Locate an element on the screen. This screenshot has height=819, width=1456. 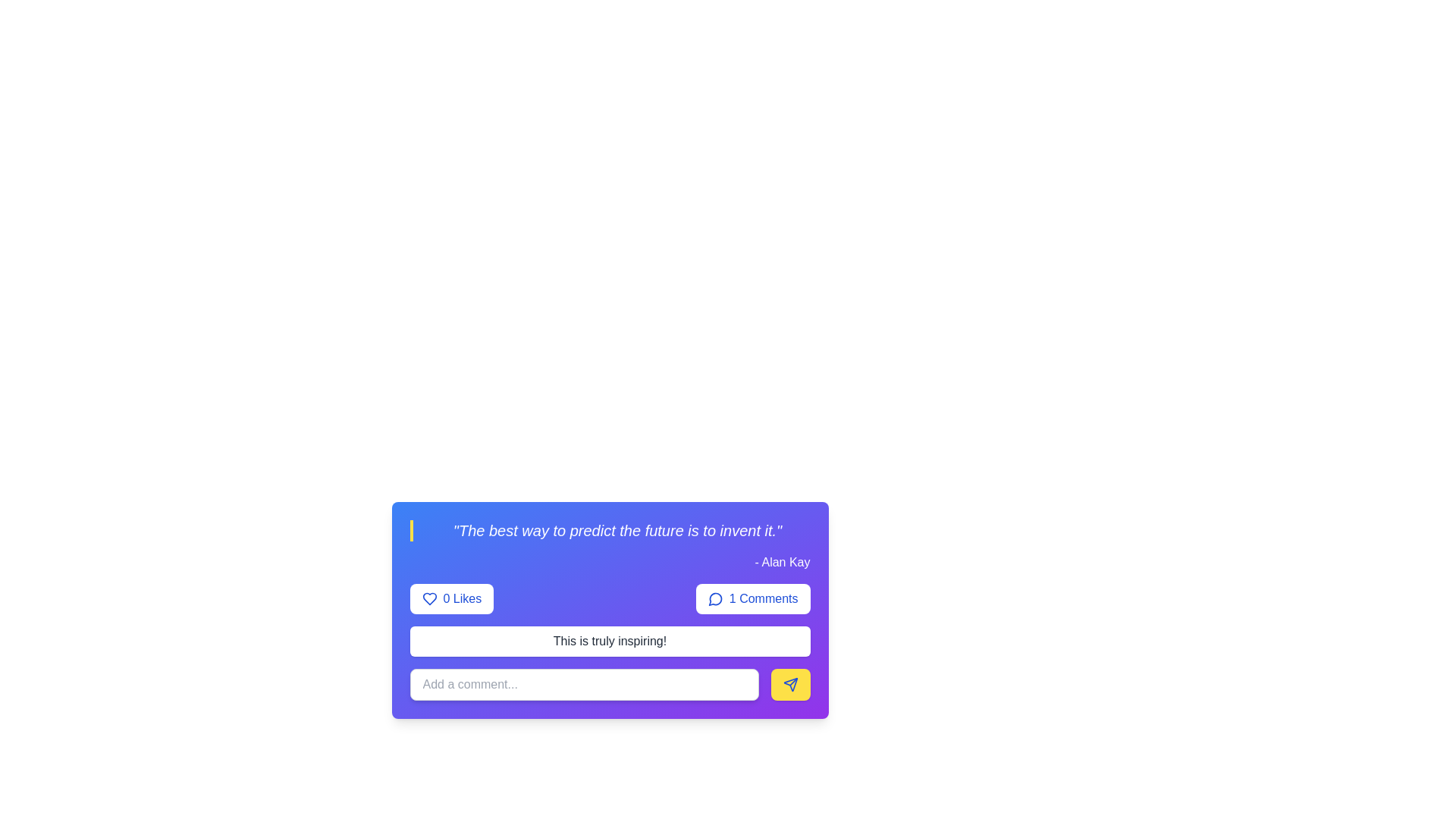
the heart-shaped icon is located at coordinates (428, 598).